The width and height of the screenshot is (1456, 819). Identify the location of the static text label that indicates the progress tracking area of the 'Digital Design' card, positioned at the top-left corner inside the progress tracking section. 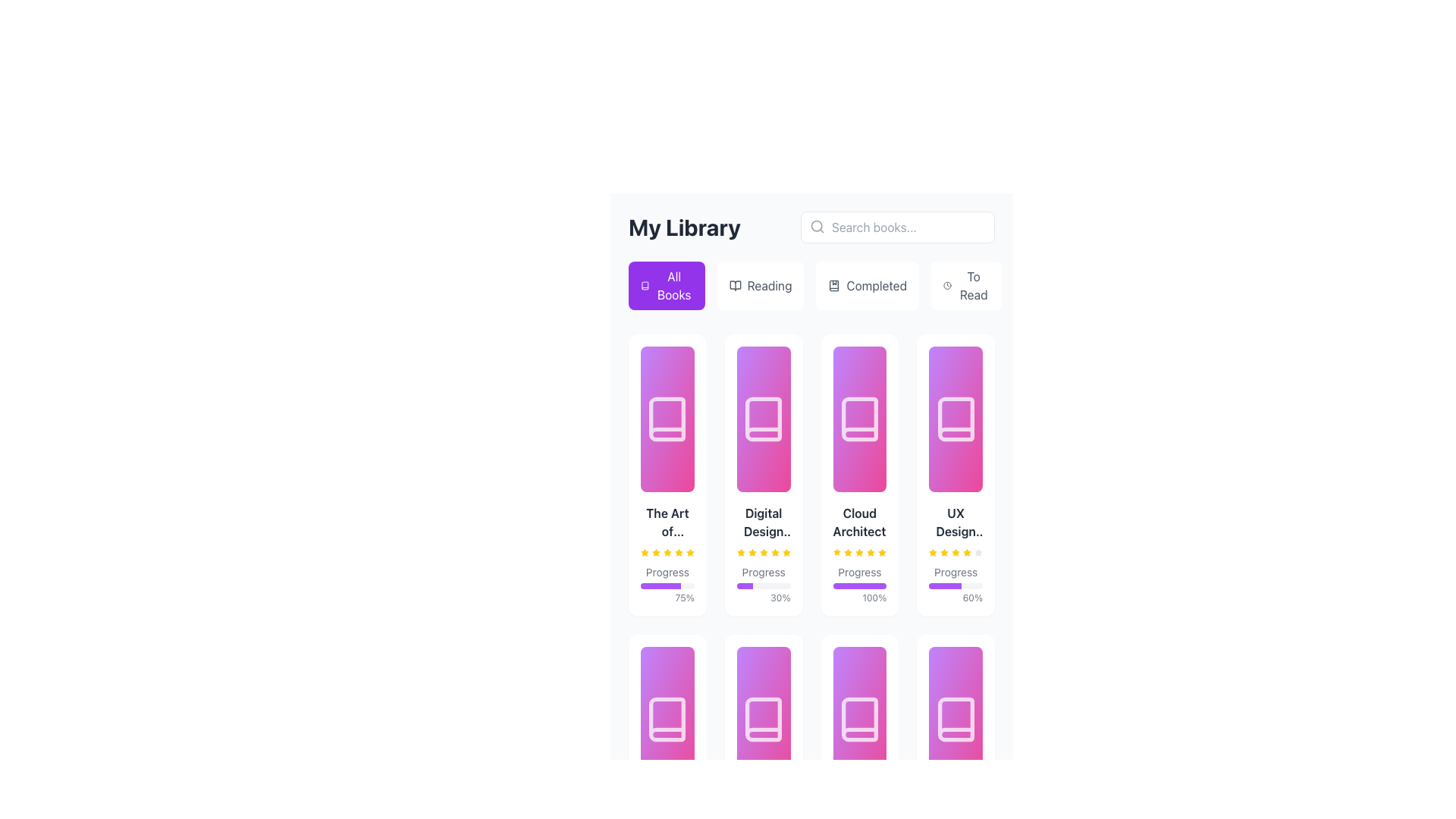
(764, 573).